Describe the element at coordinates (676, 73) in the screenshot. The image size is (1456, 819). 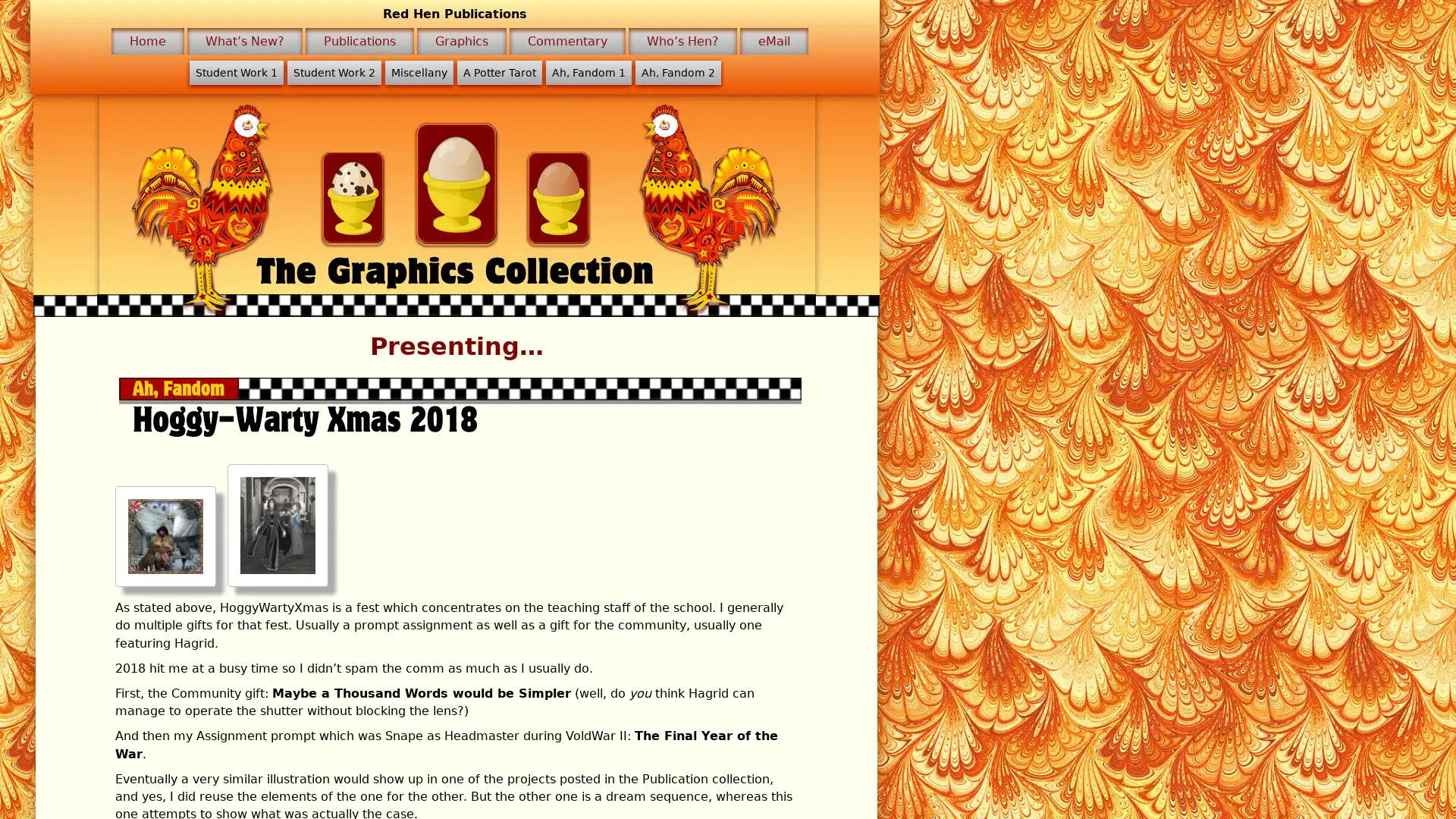
I see `Ah, Fandom 2` at that location.